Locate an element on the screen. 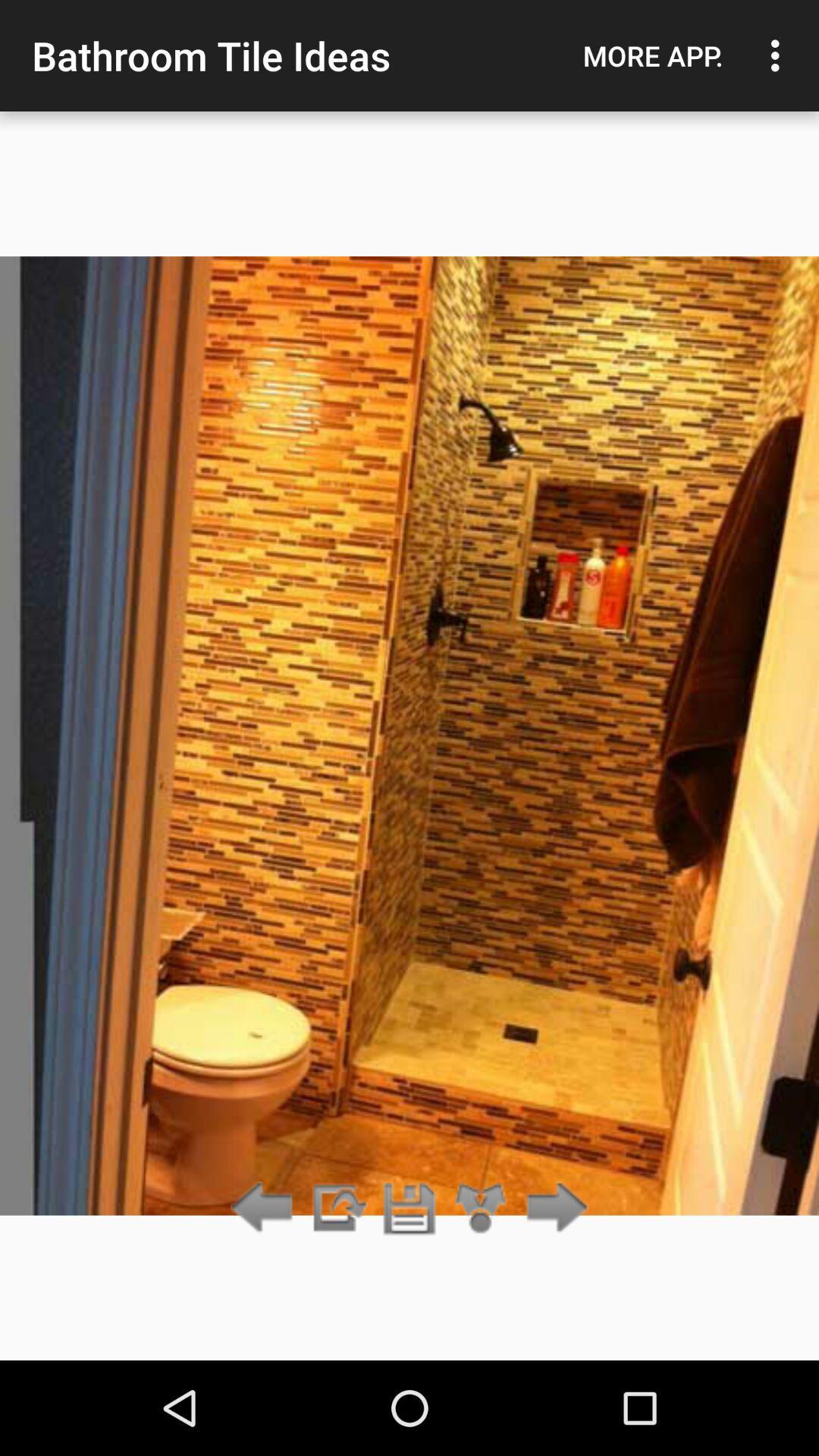 The height and width of the screenshot is (1456, 819). export image is located at coordinates (337, 1208).